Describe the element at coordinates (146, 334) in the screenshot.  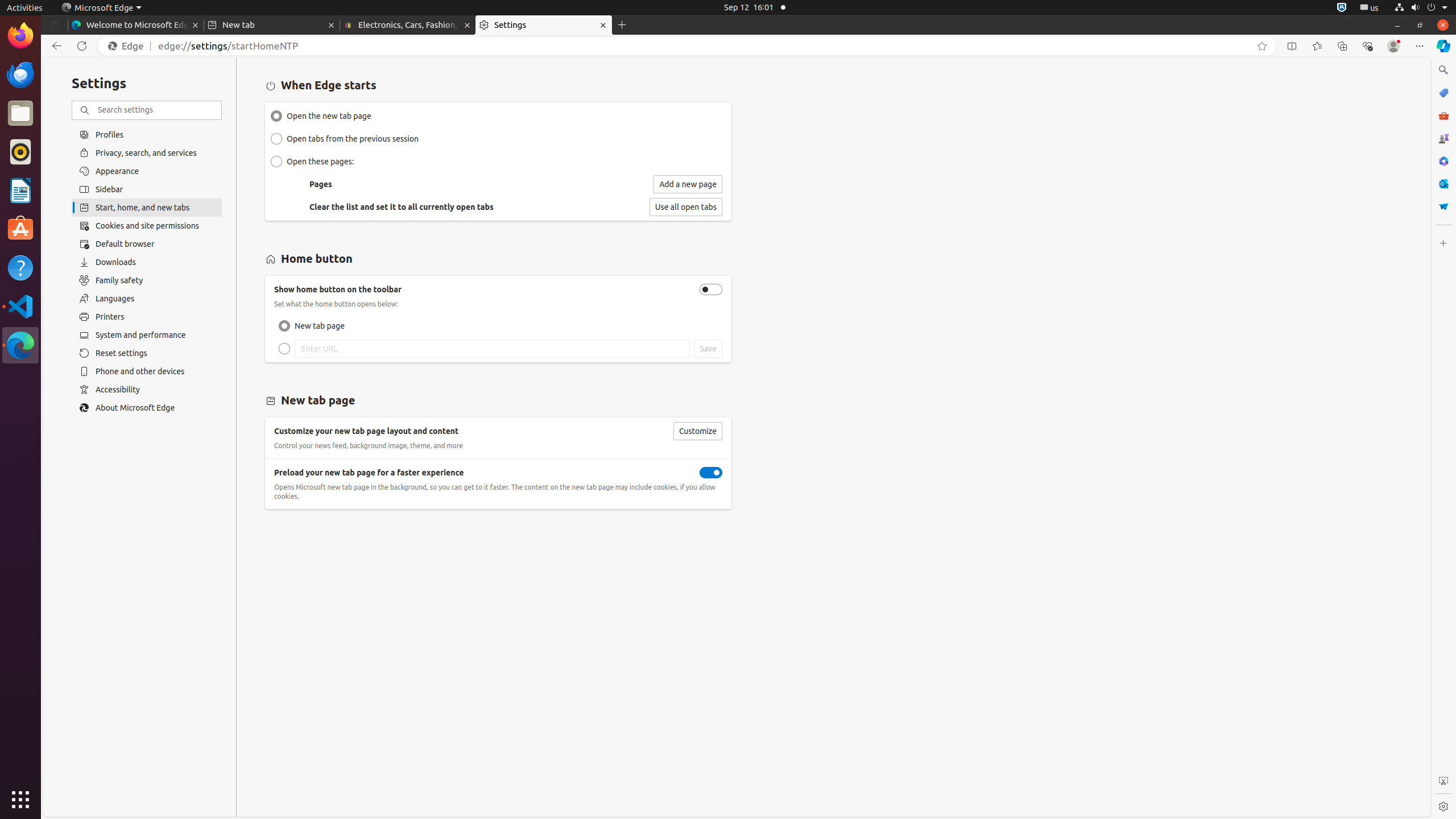
I see `'System and performance'` at that location.